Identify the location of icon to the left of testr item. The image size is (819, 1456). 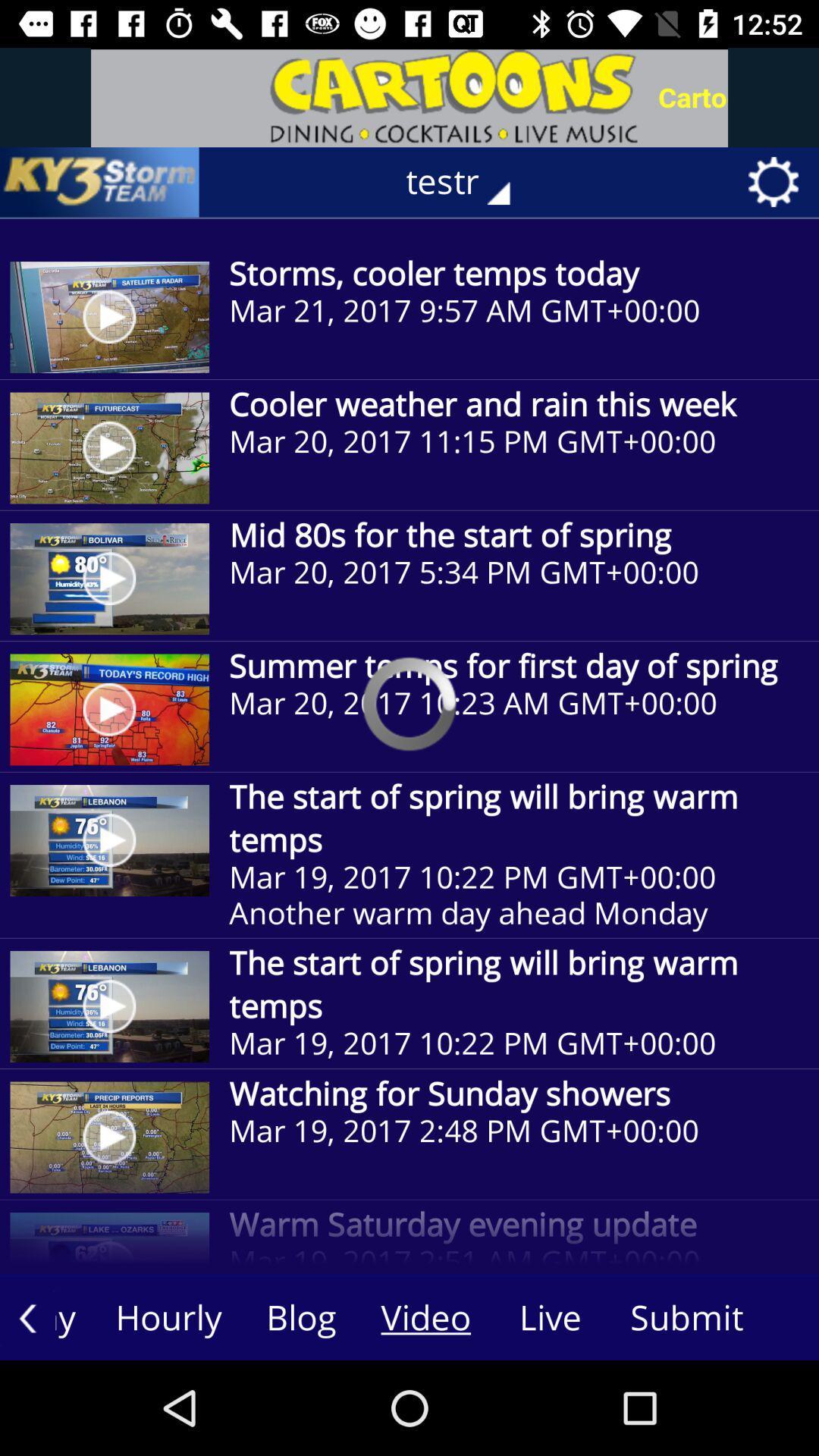
(99, 182).